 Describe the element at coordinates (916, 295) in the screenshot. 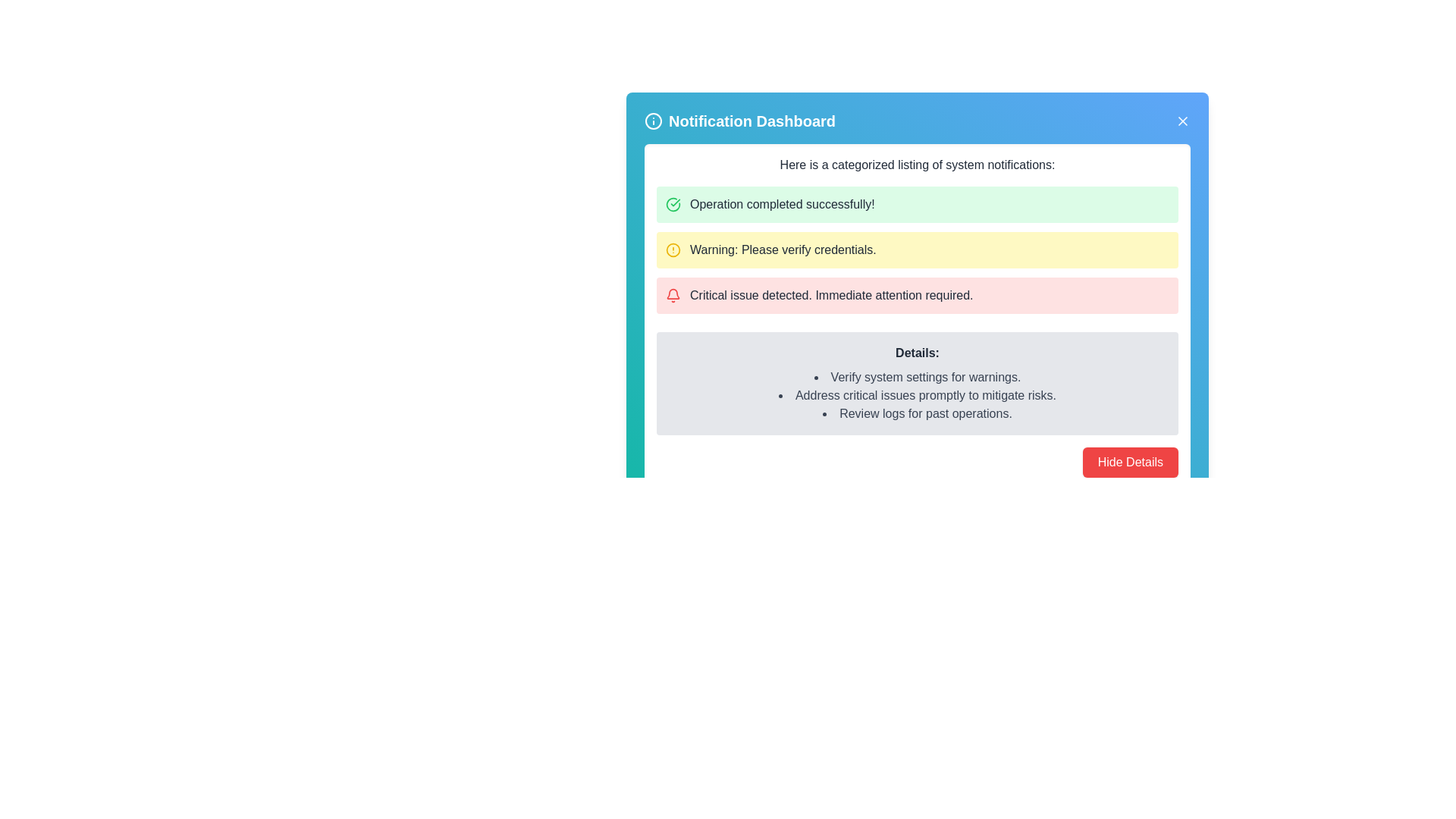

I see `the third notification item in the vertical list that displays a critical notification message, positioned after 'Operation completed successfully!' and 'Warning: Please verify credentials.'` at that location.